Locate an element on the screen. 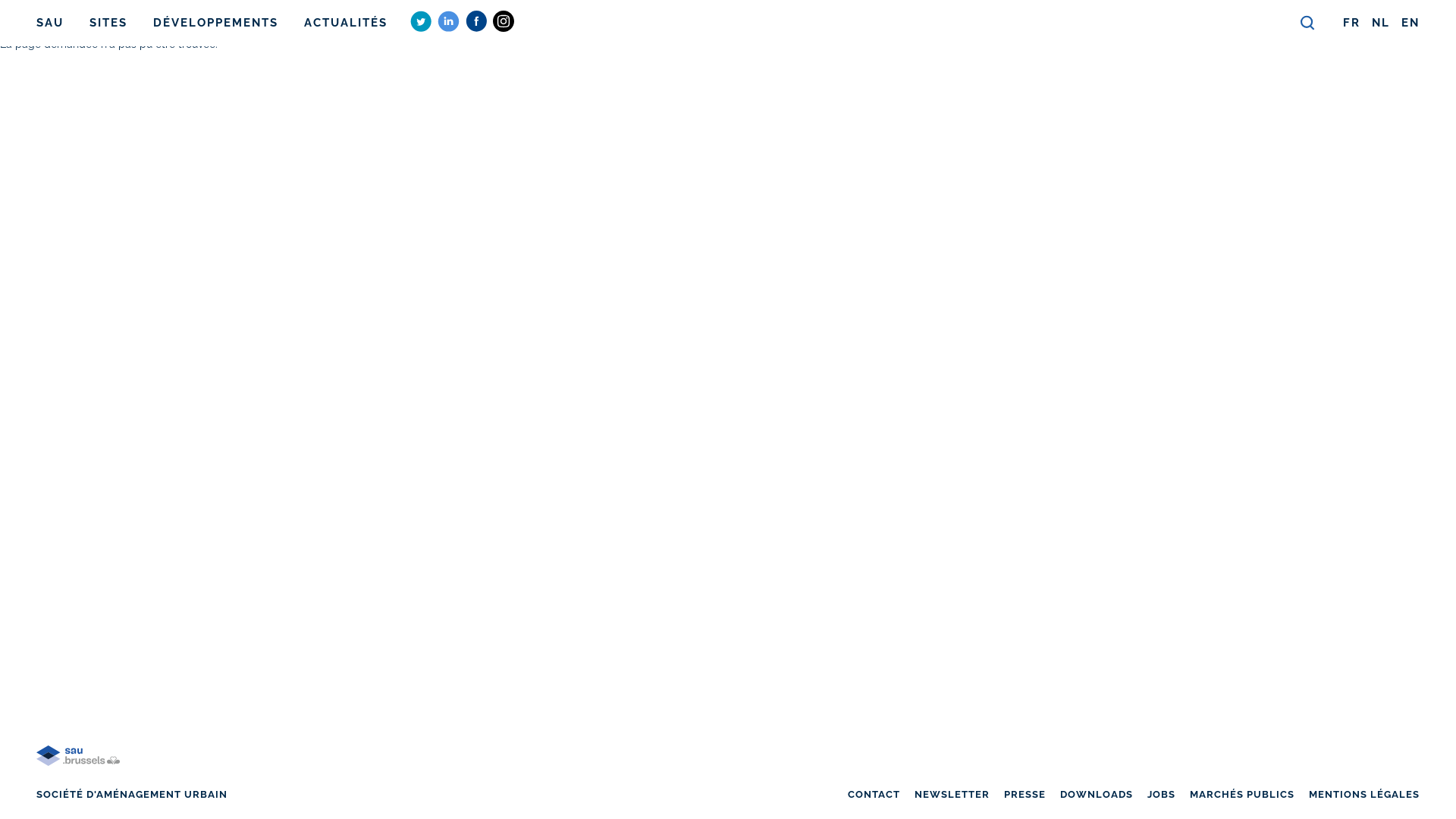  'EN' is located at coordinates (1410, 23).